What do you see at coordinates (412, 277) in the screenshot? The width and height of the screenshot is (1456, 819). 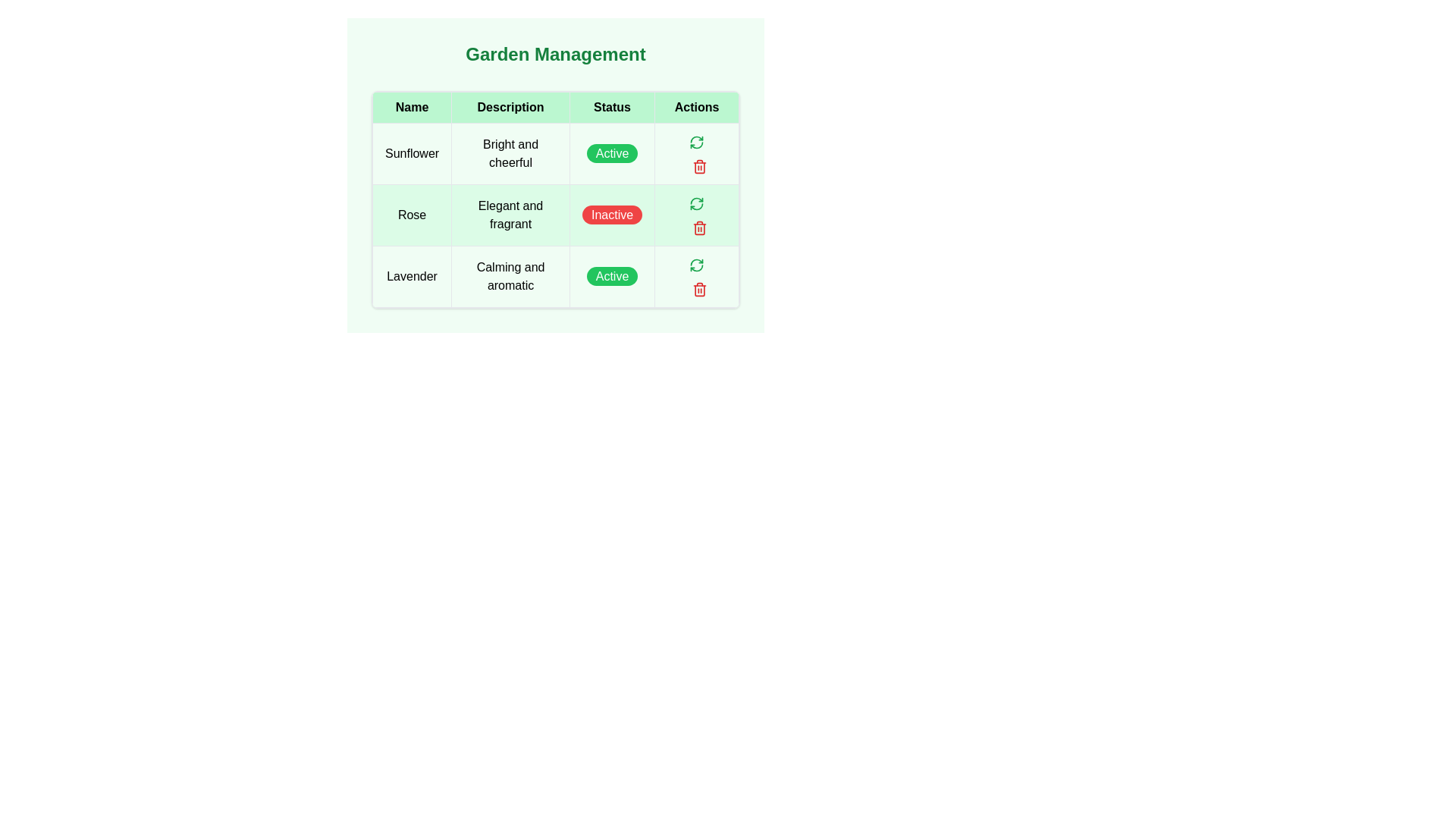 I see `text displayed in the table cell that contains 'Lavender', which is located in the first column of the third row of the table` at bounding box center [412, 277].